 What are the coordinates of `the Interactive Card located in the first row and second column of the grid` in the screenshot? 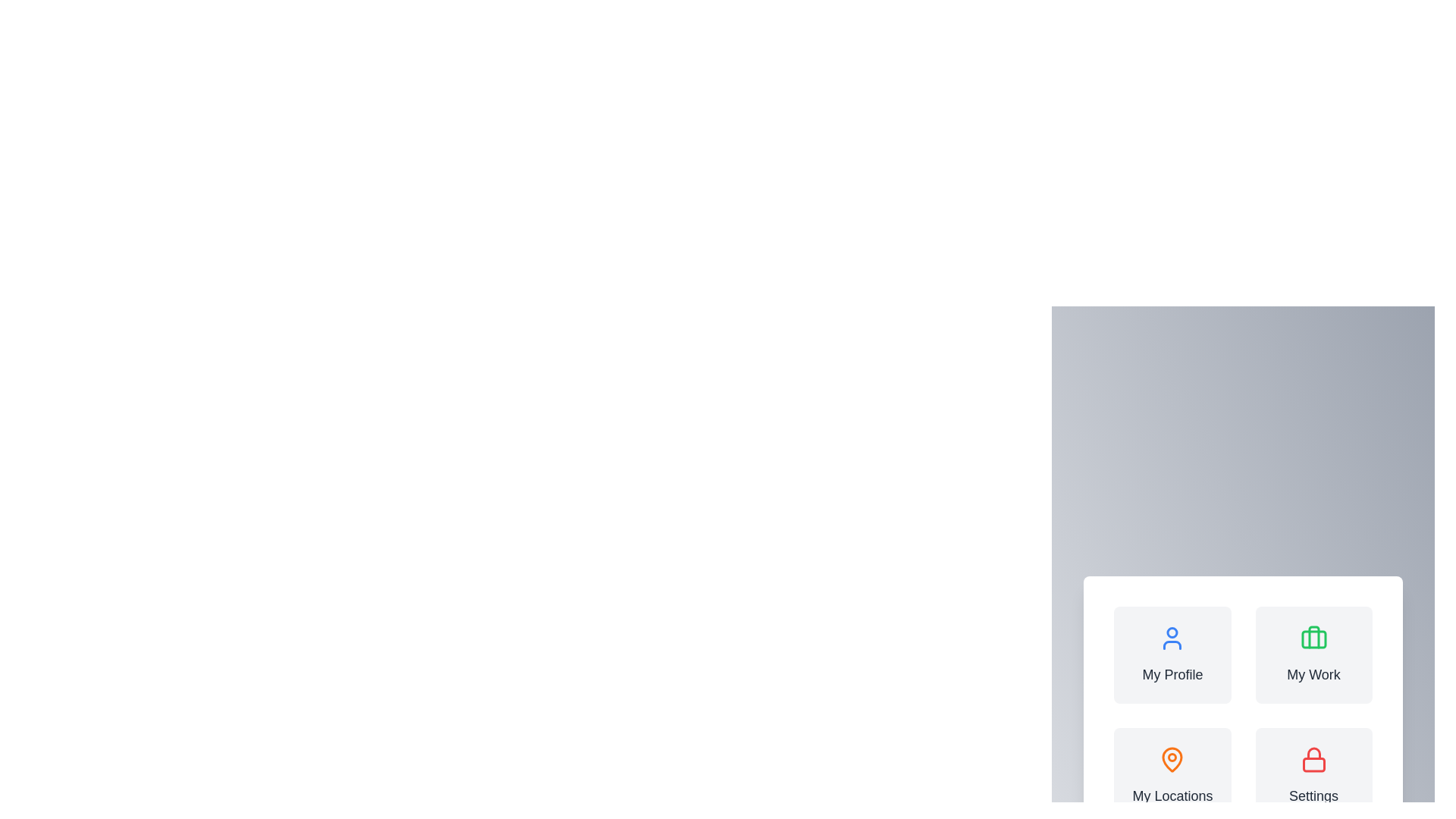 It's located at (1313, 654).